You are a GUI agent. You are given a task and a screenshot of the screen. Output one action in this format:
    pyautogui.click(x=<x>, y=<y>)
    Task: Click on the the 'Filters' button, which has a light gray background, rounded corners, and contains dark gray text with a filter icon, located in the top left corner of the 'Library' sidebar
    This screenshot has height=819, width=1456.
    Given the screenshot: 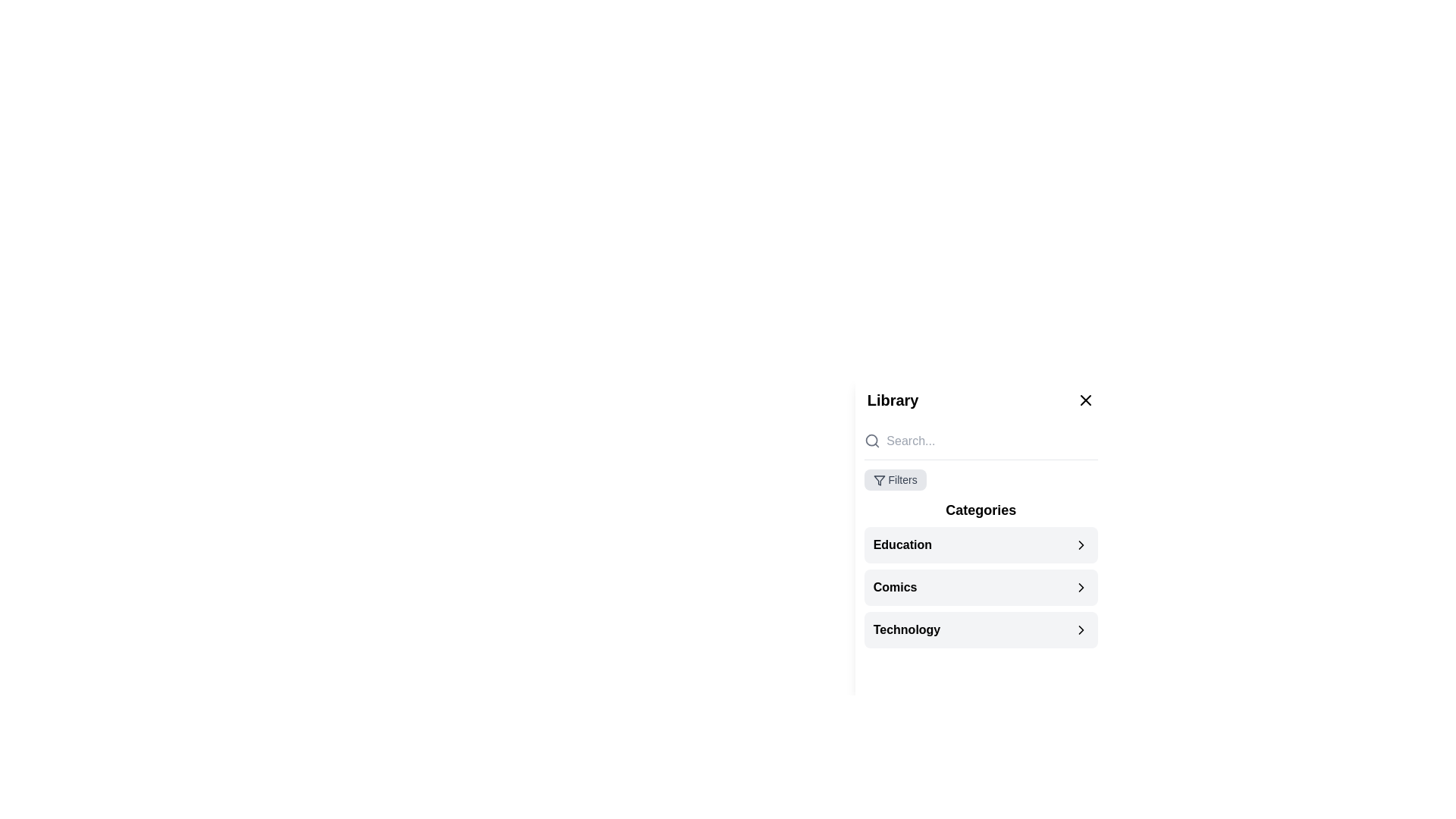 What is the action you would take?
    pyautogui.click(x=895, y=479)
    